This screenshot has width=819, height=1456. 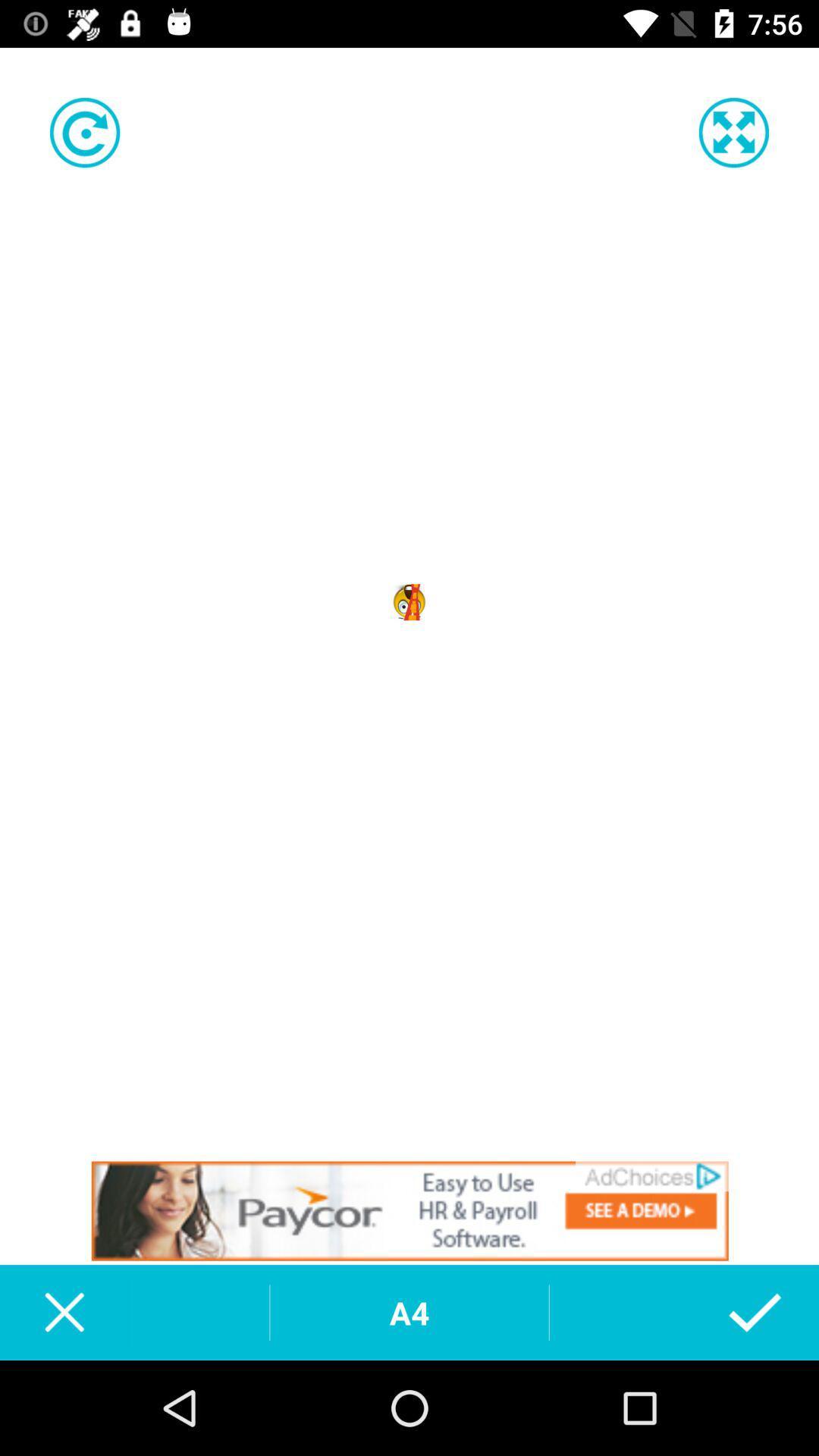 What do you see at coordinates (733, 133) in the screenshot?
I see `the fullscreen icon` at bounding box center [733, 133].